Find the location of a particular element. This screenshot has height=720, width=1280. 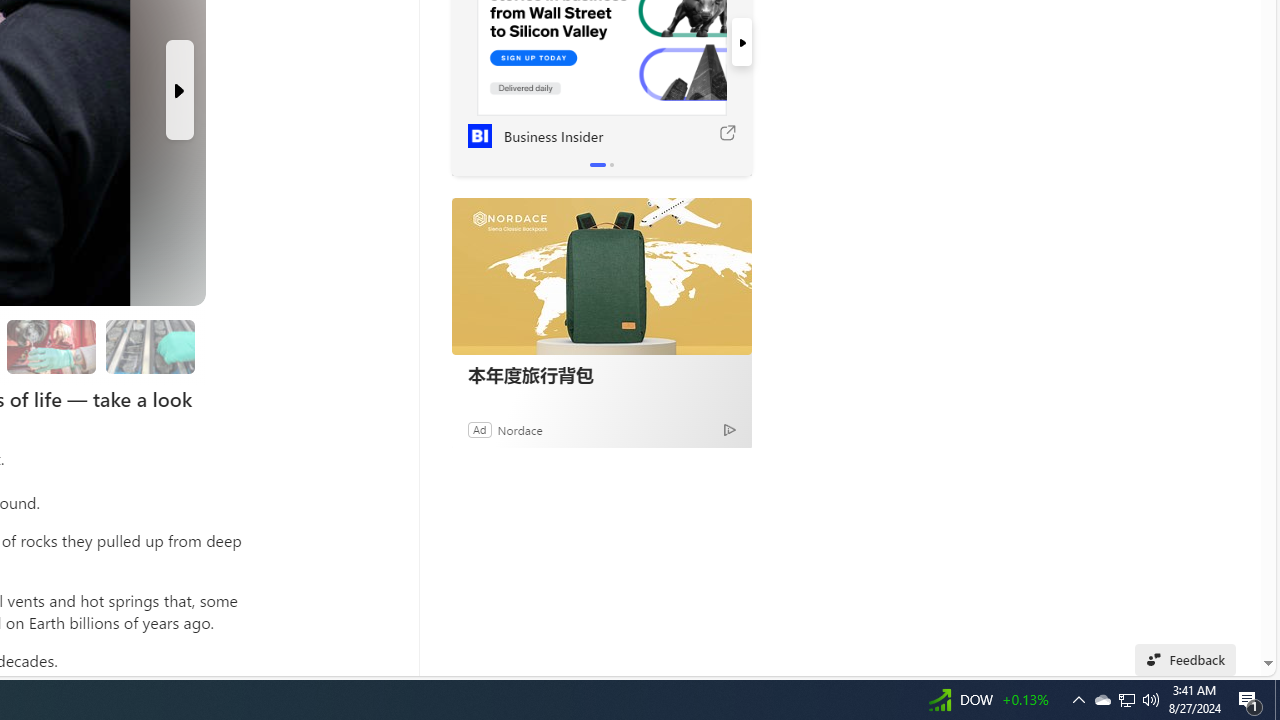

'Researchers are still studying the samples' is located at coordinates (148, 345).